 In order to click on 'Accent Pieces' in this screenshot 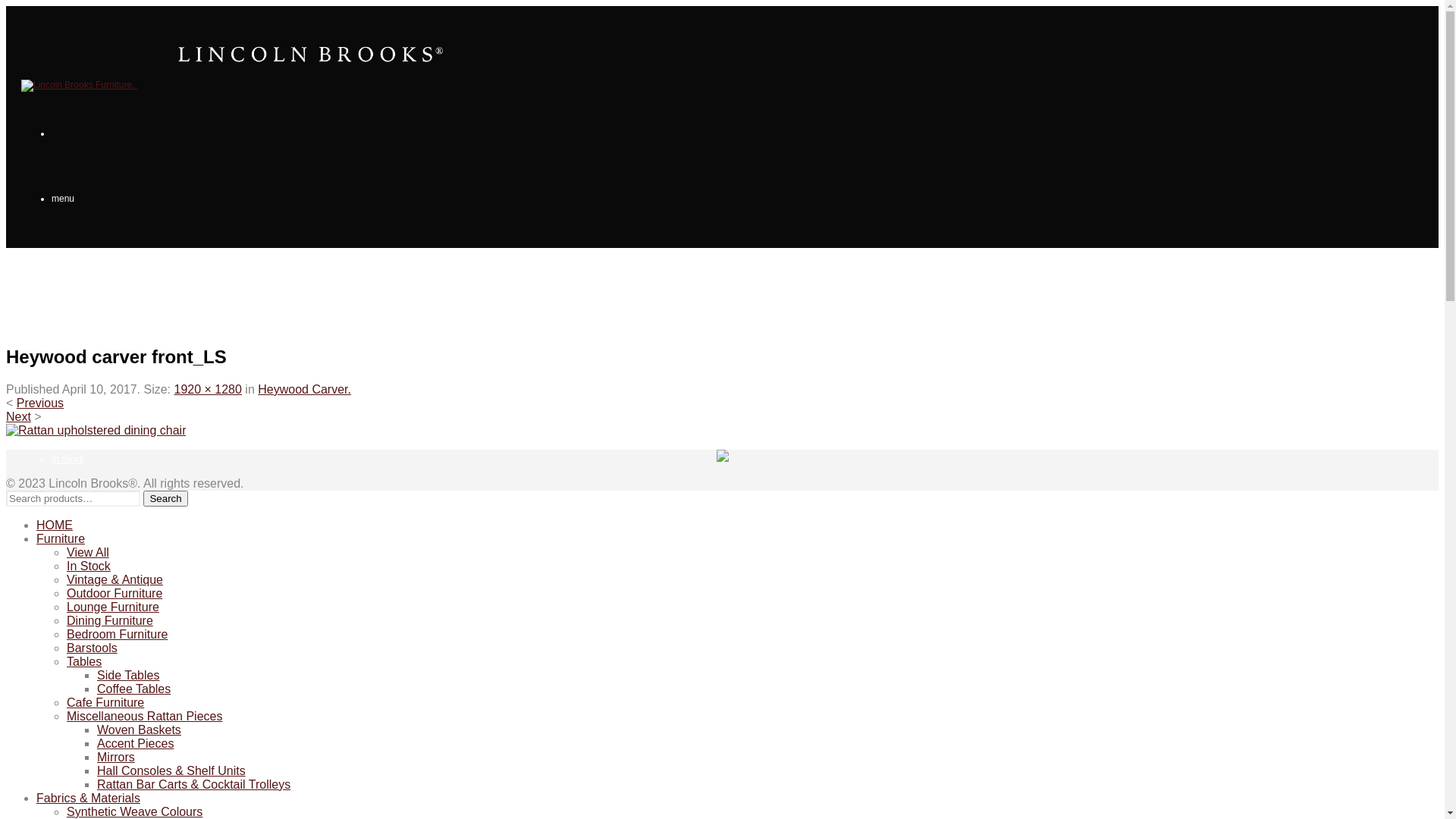, I will do `click(135, 742)`.